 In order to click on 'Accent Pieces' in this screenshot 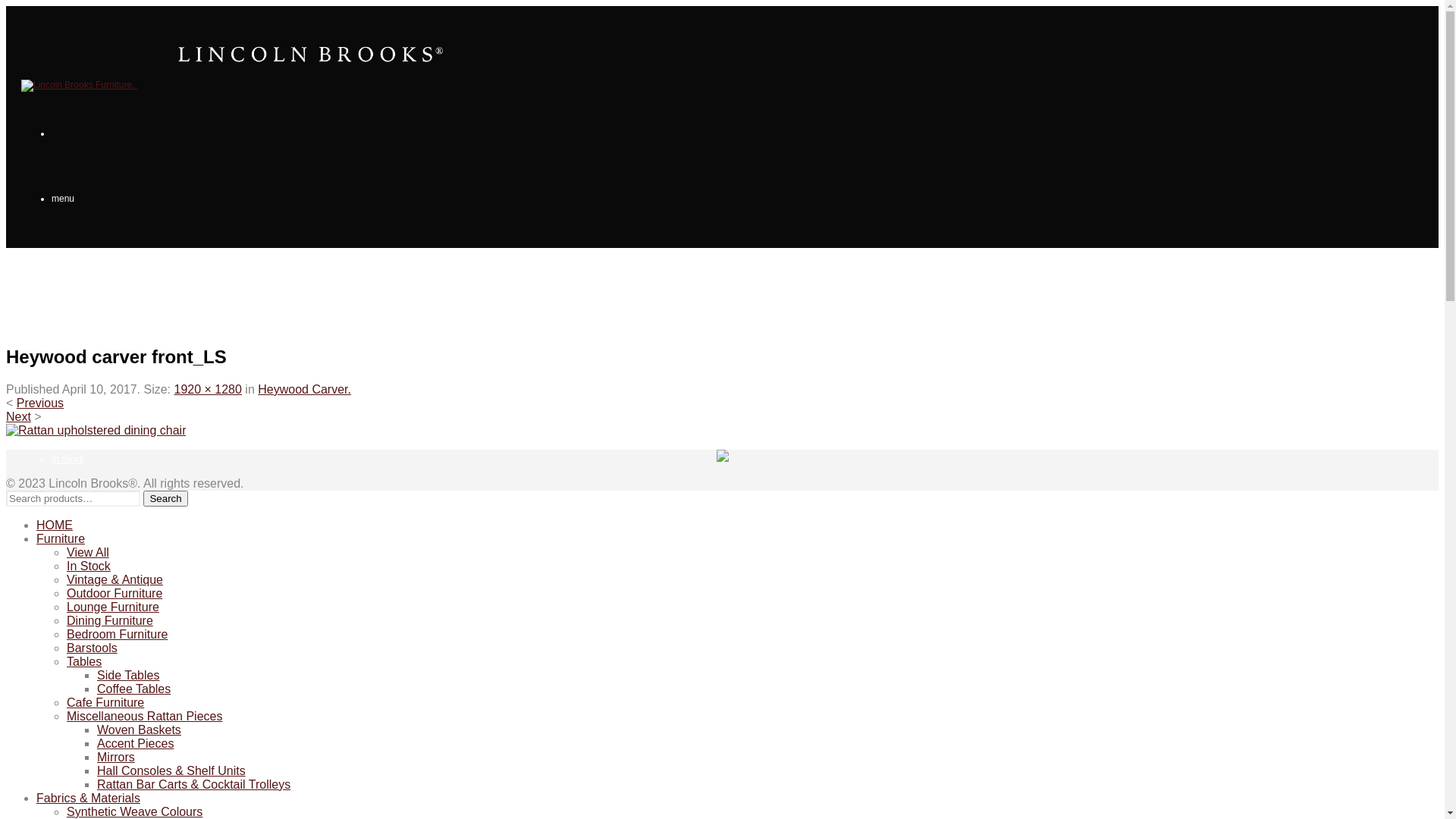, I will do `click(135, 742)`.